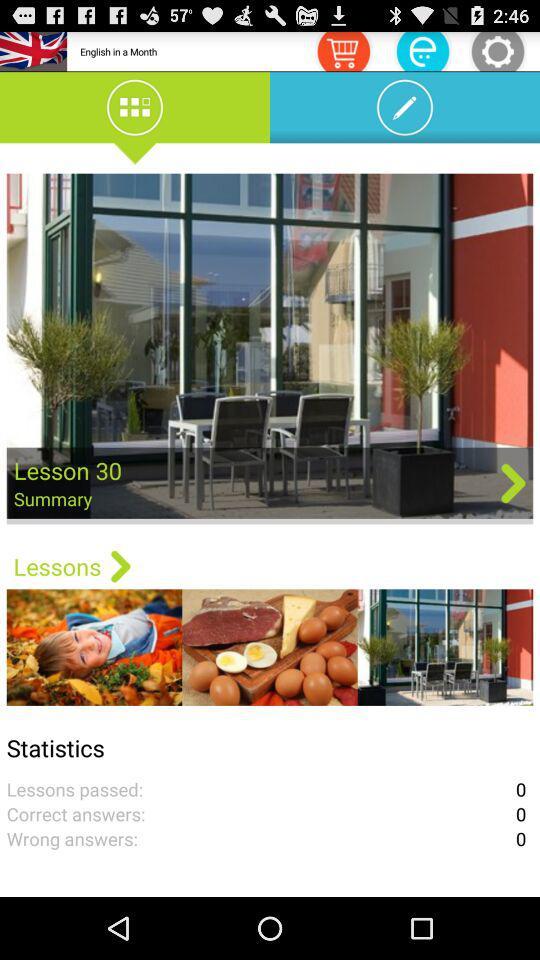 The width and height of the screenshot is (540, 960). What do you see at coordinates (496, 50) in the screenshot?
I see `open settings` at bounding box center [496, 50].